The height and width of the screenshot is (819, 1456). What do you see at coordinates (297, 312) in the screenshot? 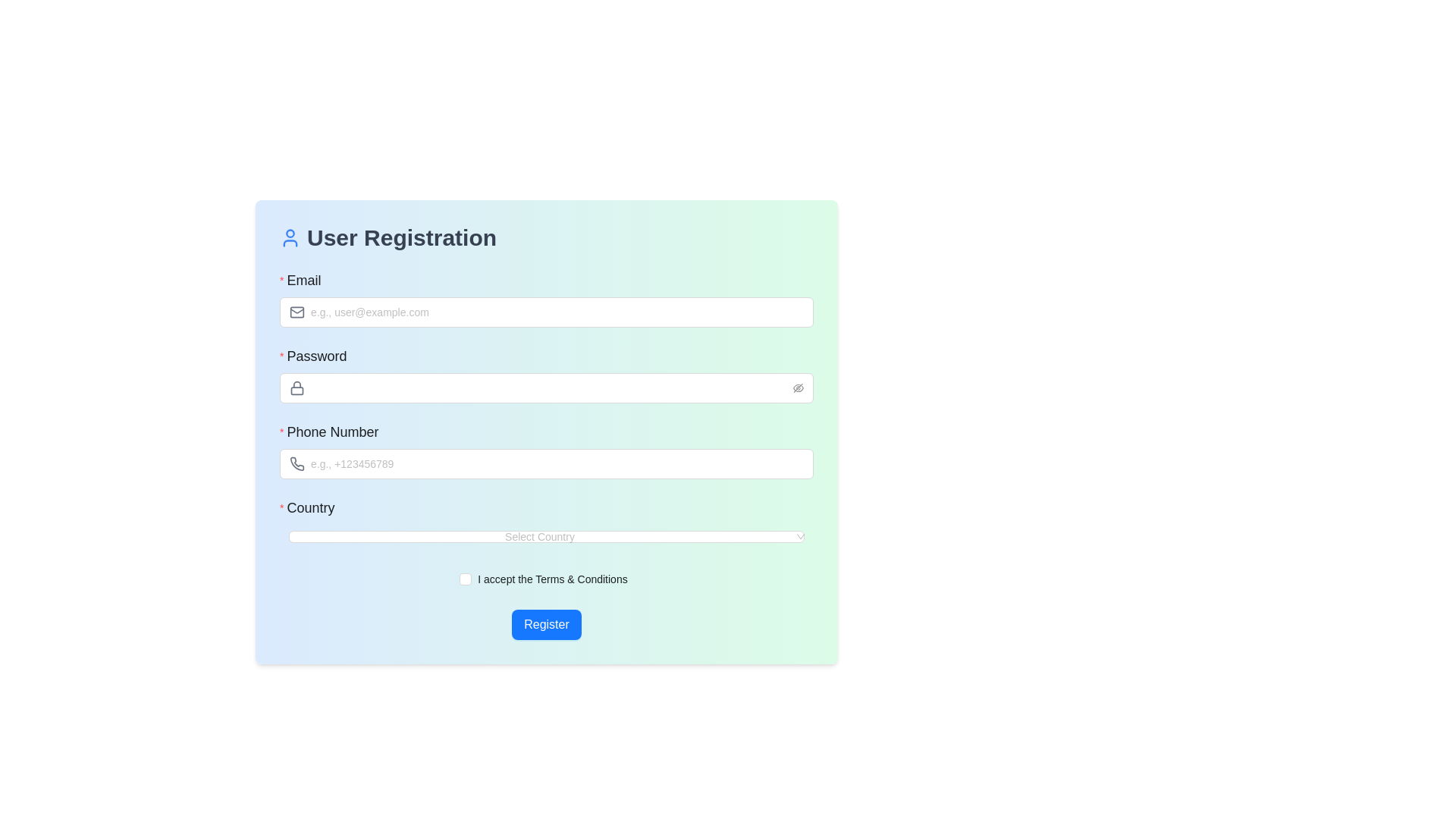
I see `the Envelope/Mail icon located inside the 'Email' input field, positioned to the left of the email address input area` at bounding box center [297, 312].